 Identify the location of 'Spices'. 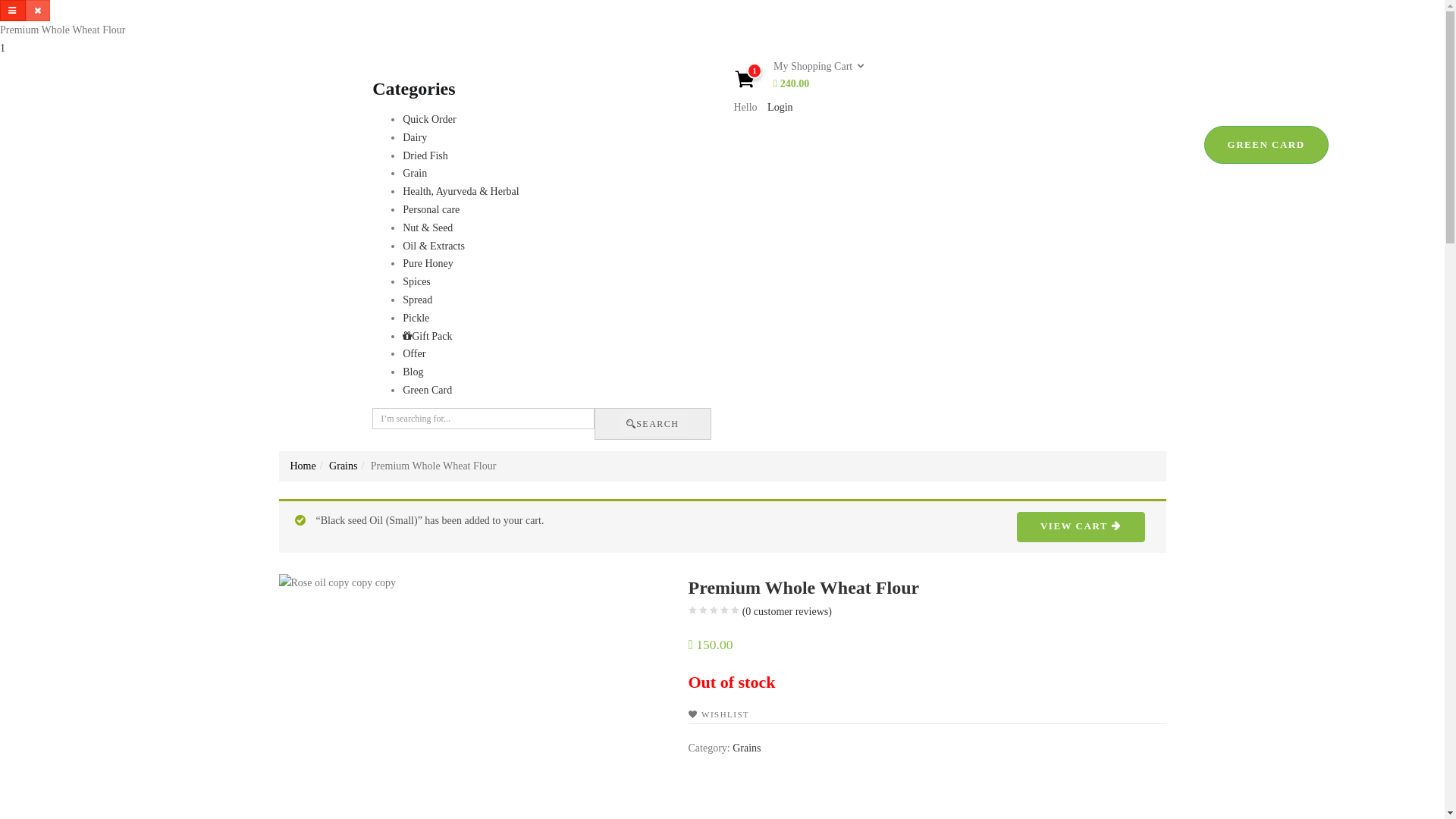
(416, 281).